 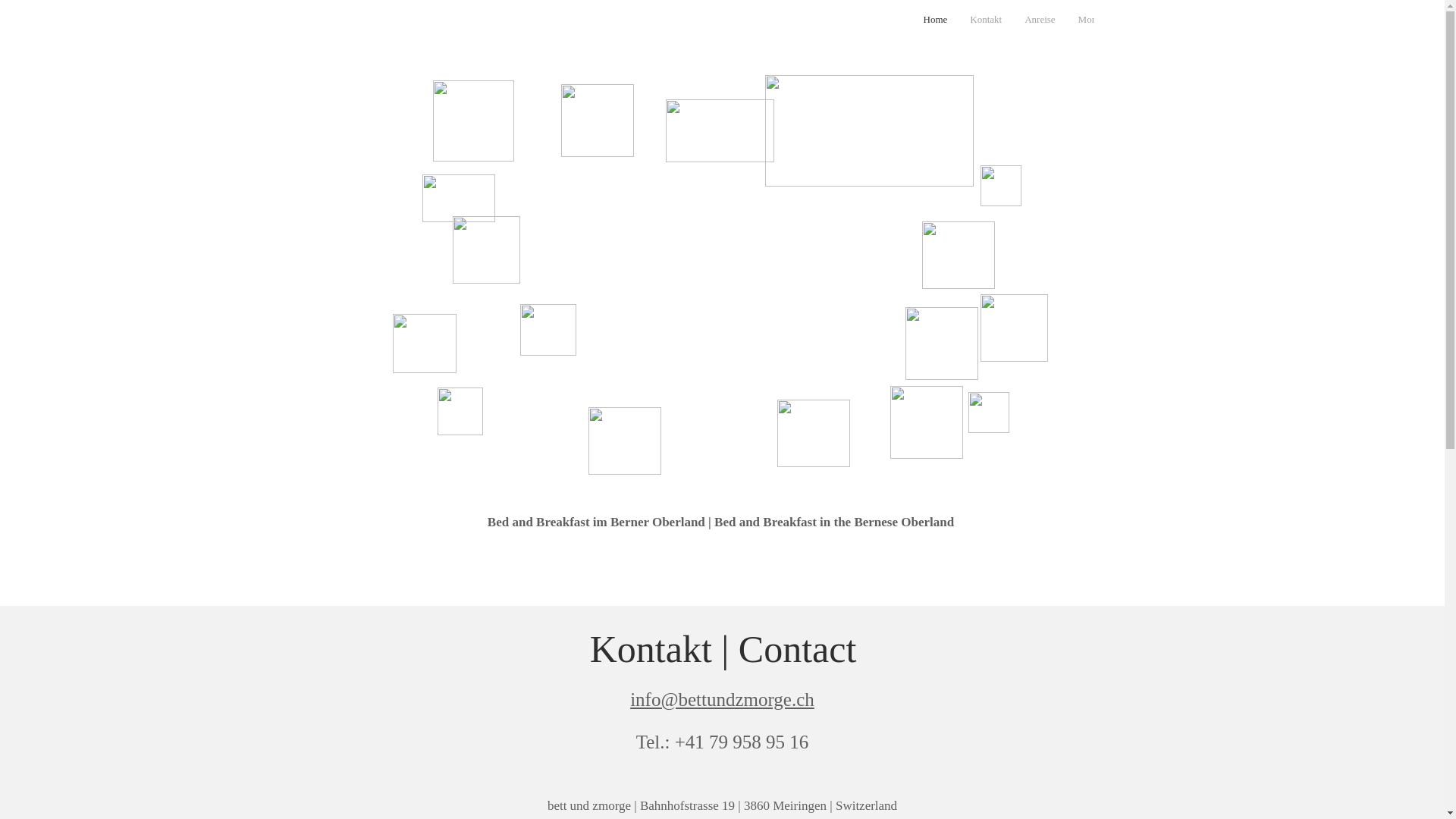 I want to click on 'Kontakt', so click(x=986, y=24).